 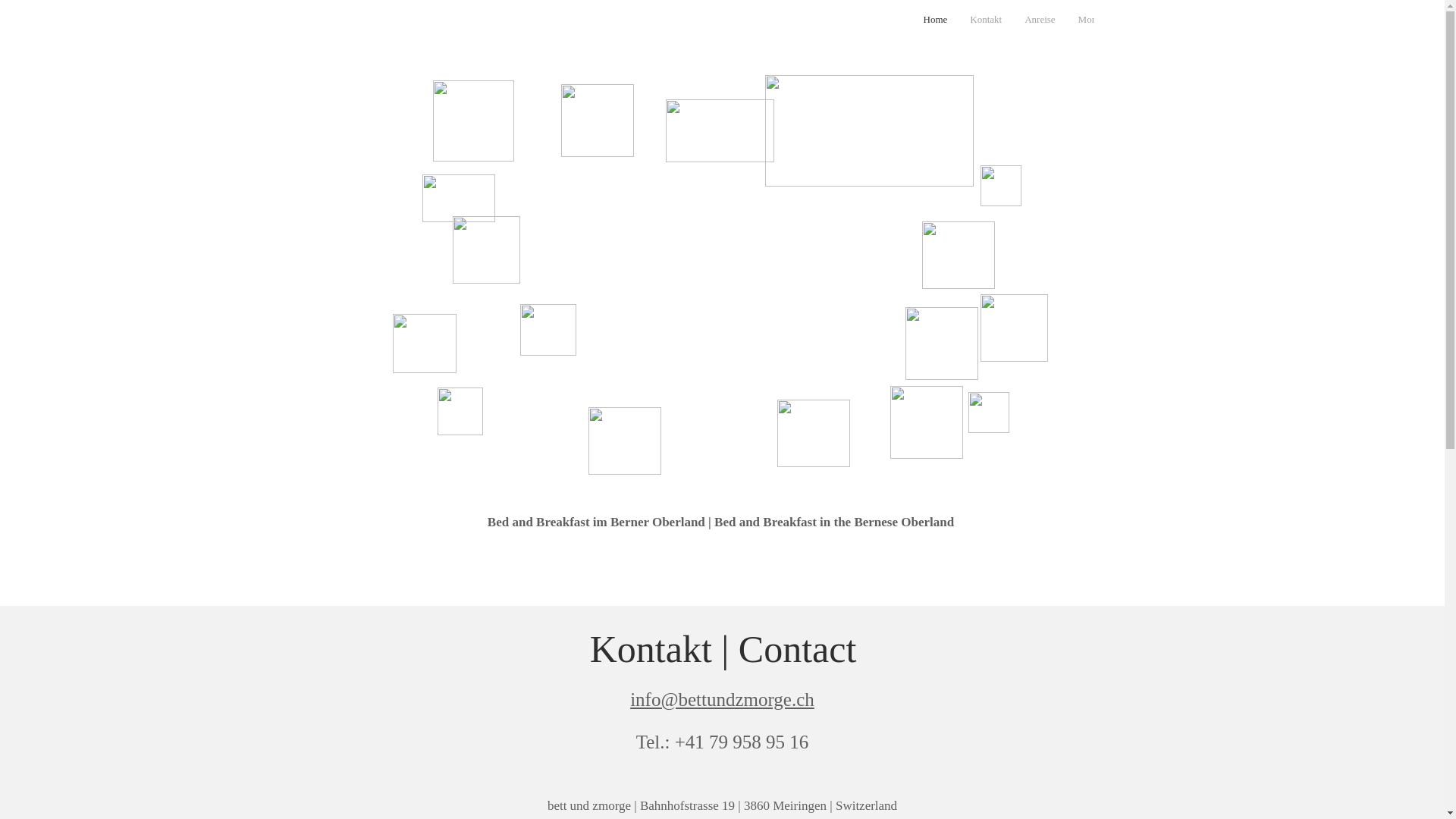 I want to click on 'Kontakt', so click(x=986, y=24).